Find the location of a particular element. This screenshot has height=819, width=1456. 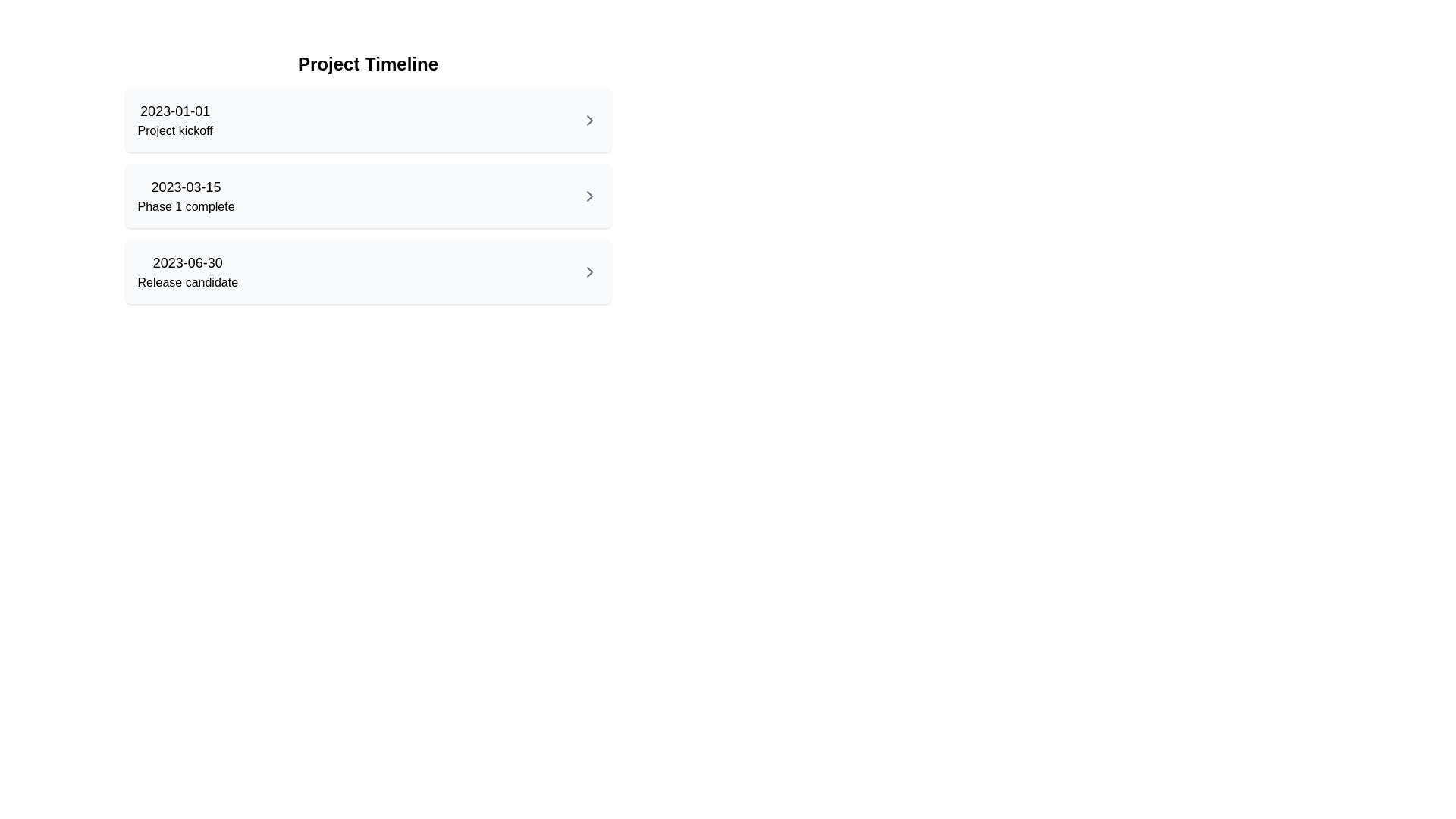

text label displaying the date '2023-03-15' located within the 'Phase 1 complete' card in the Project Timeline list is located at coordinates (185, 186).